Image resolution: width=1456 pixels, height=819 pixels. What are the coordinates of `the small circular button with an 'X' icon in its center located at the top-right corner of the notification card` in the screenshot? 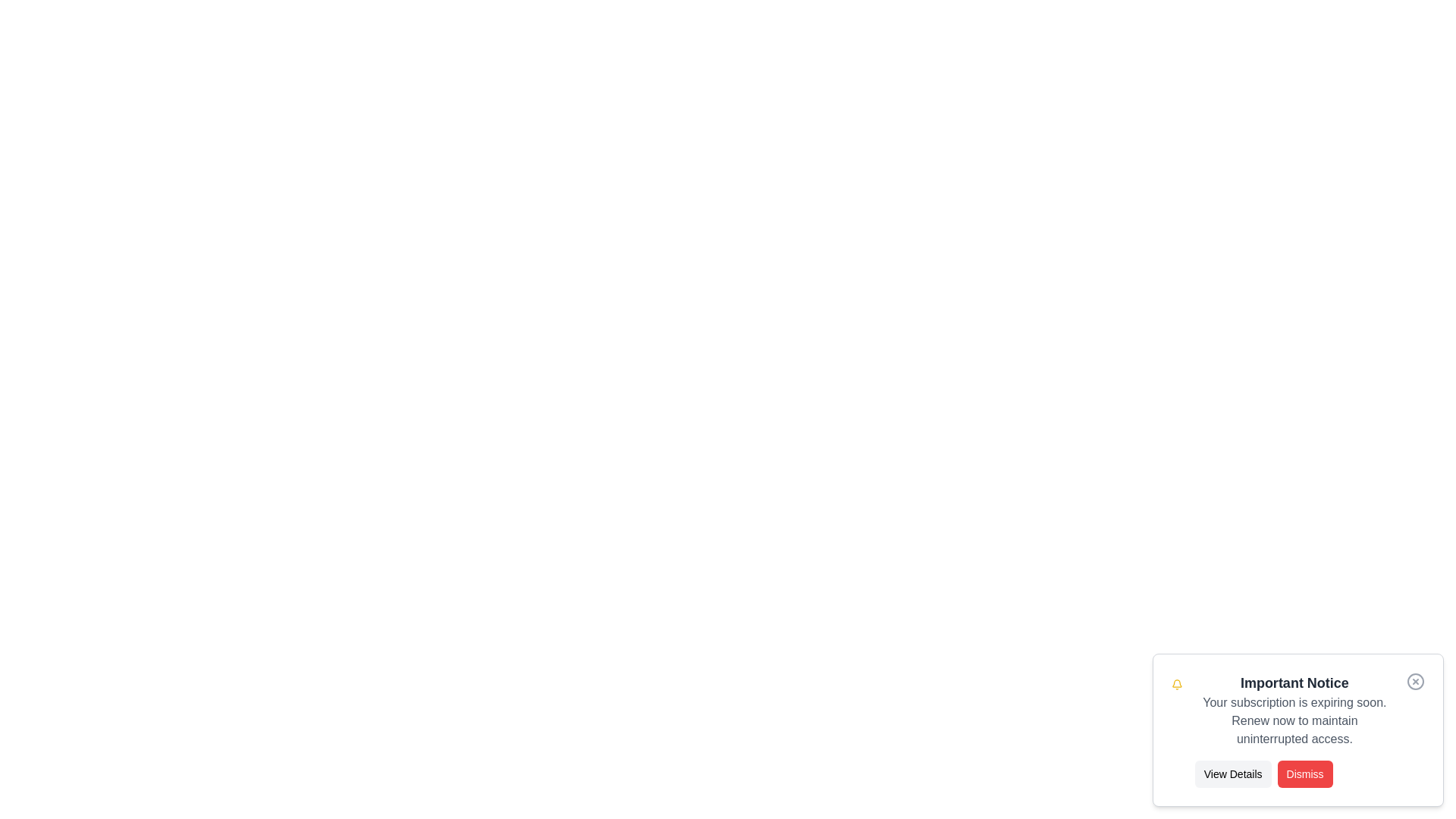 It's located at (1415, 680).